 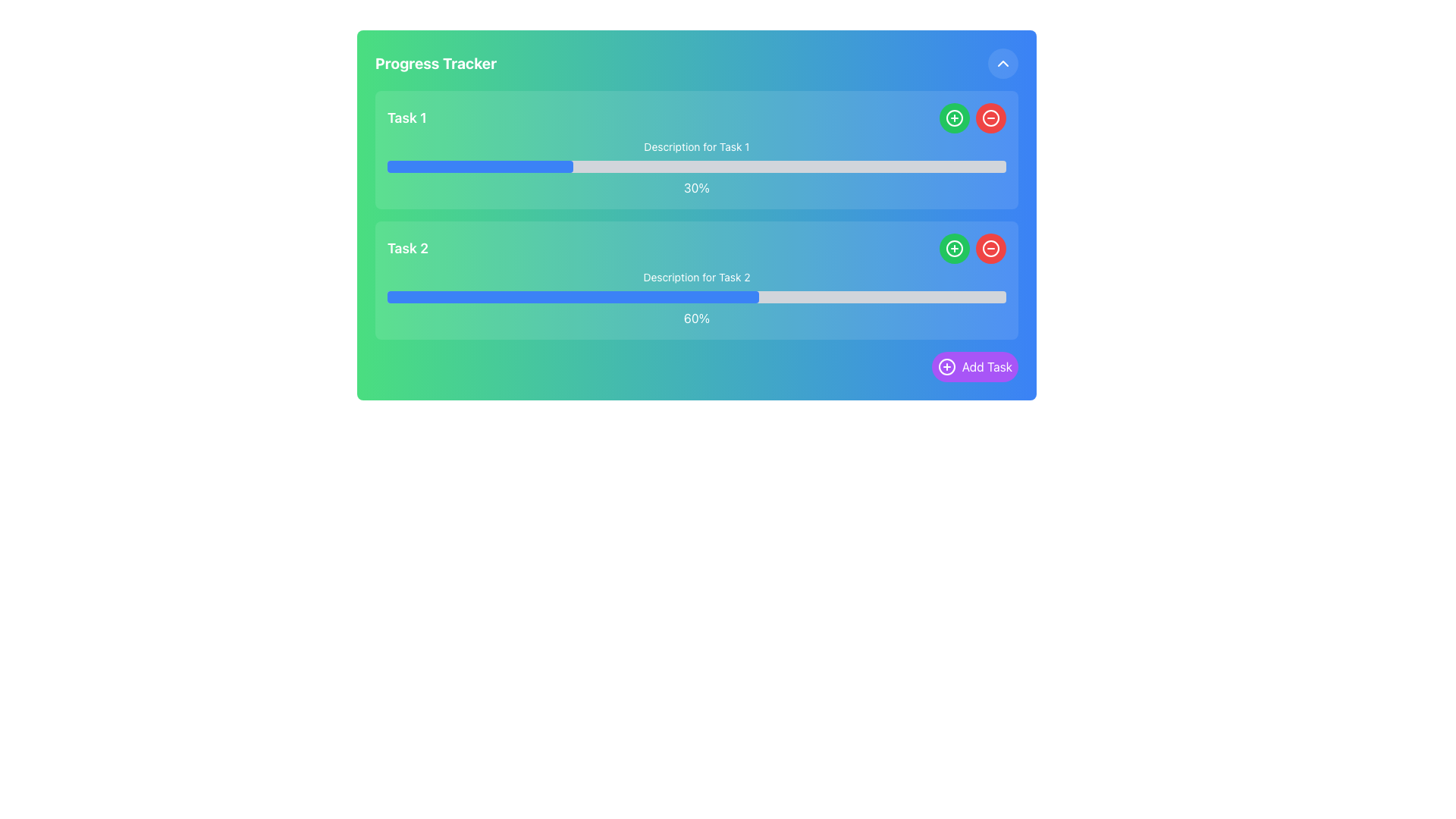 What do you see at coordinates (972, 117) in the screenshot?
I see `the red button on the right side of the row associated with 'Task 1' in the 'Progress Tracker' component` at bounding box center [972, 117].